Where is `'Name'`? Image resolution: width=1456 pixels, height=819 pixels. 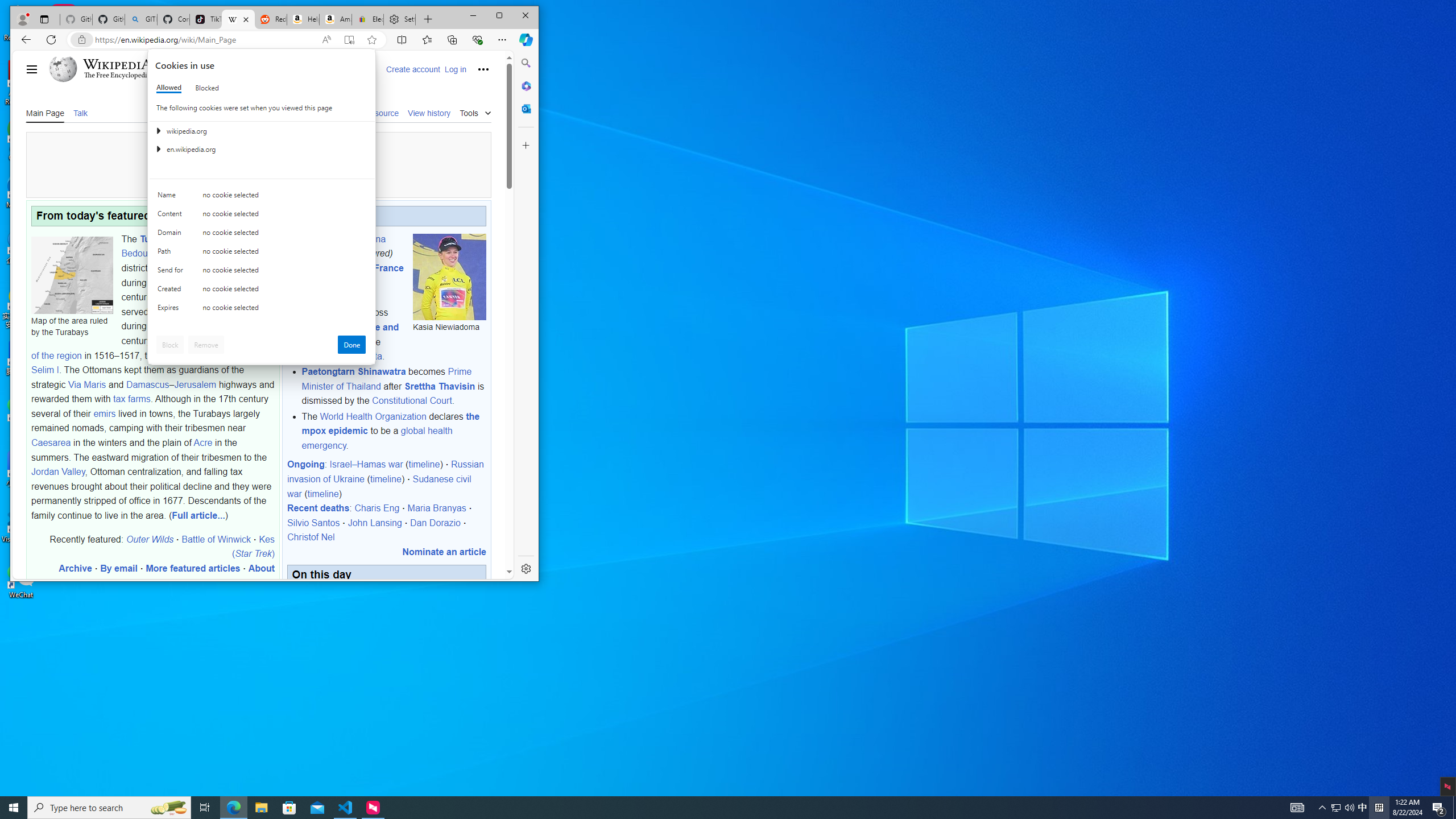 'Name' is located at coordinates (172, 197).